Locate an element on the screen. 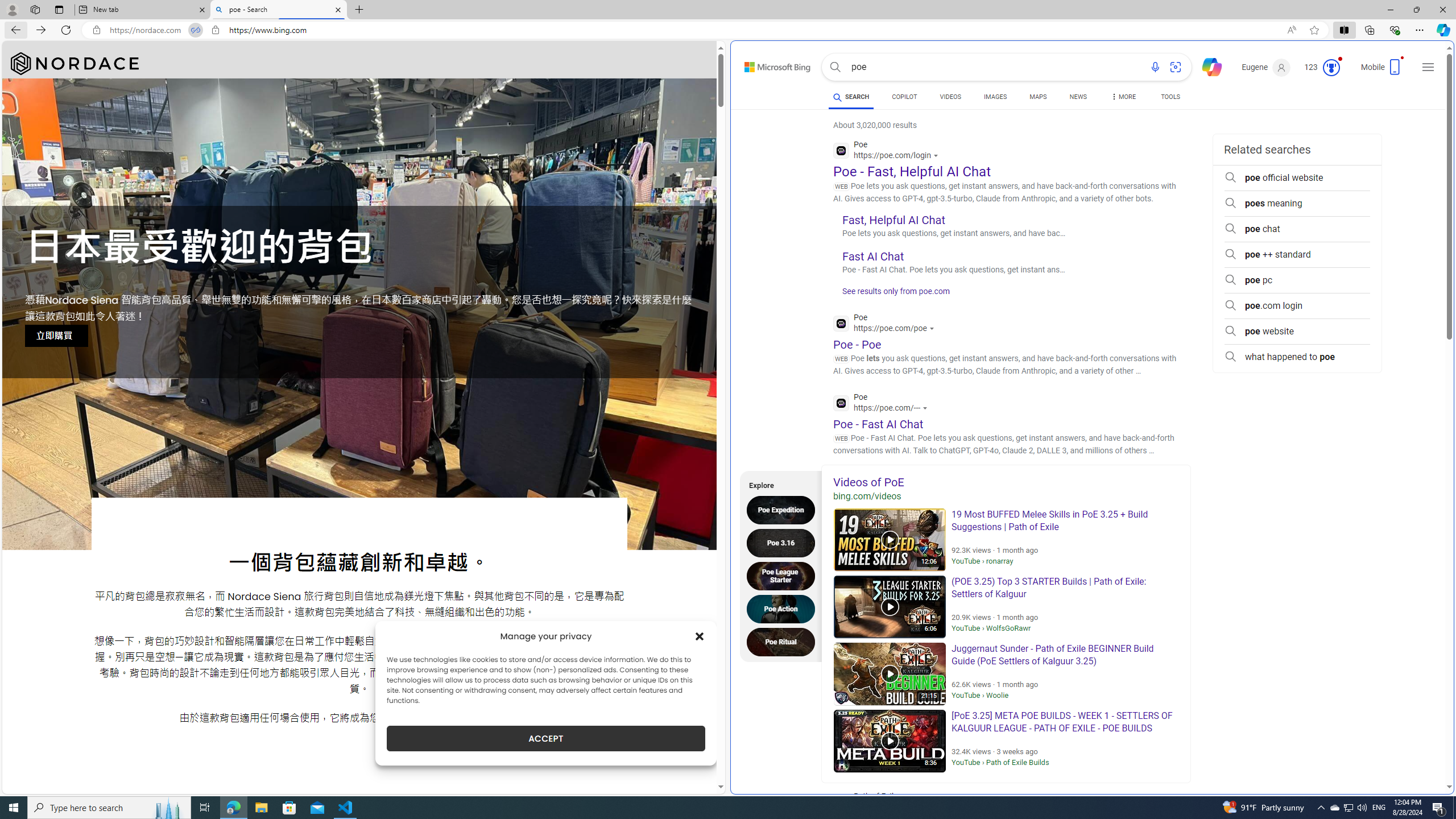 The width and height of the screenshot is (1456, 819). 'Eugene' is located at coordinates (1266, 67).